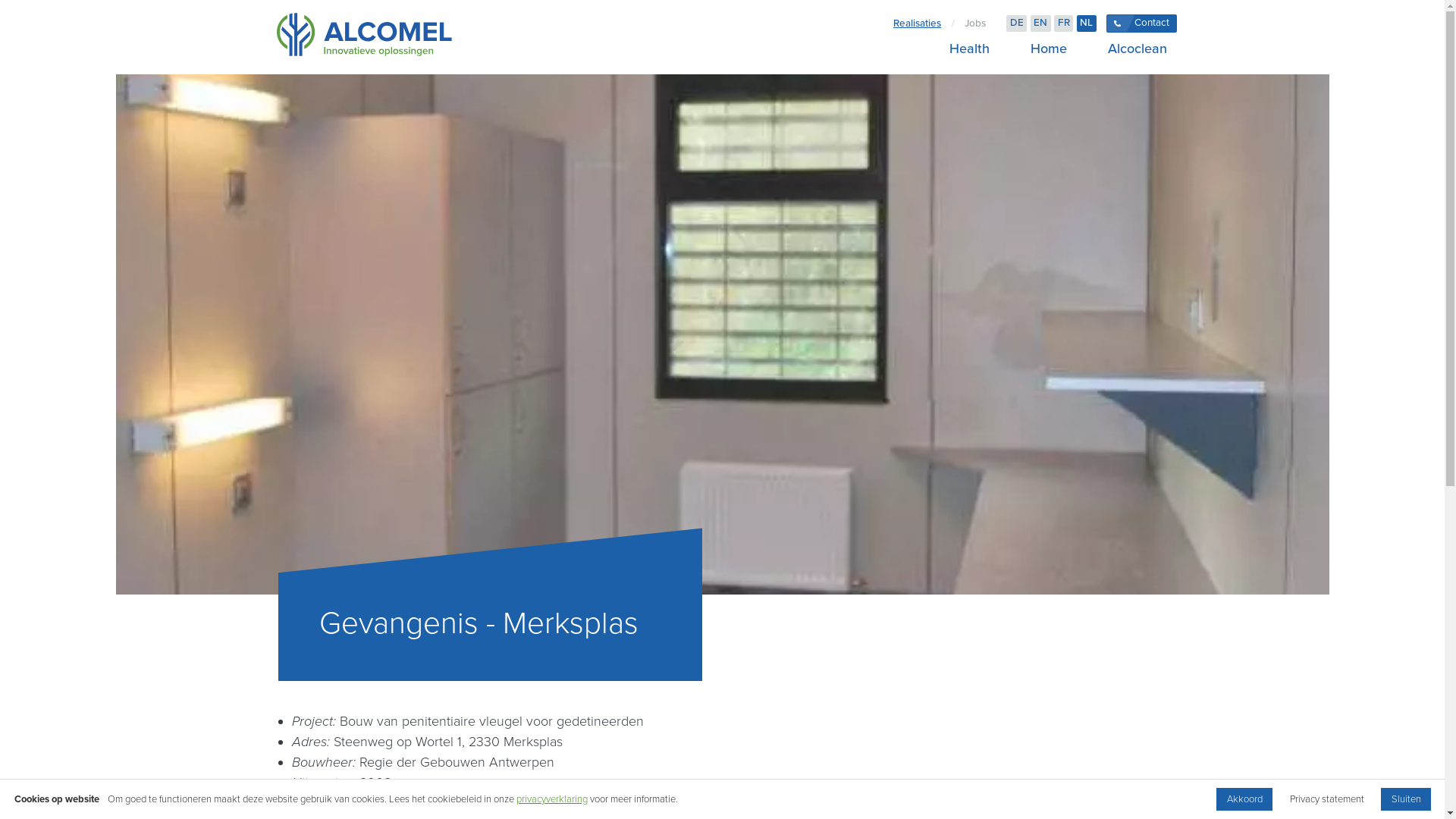 This screenshot has height=819, width=1456. What do you see at coordinates (1131, 48) in the screenshot?
I see `'Alcoclean'` at bounding box center [1131, 48].